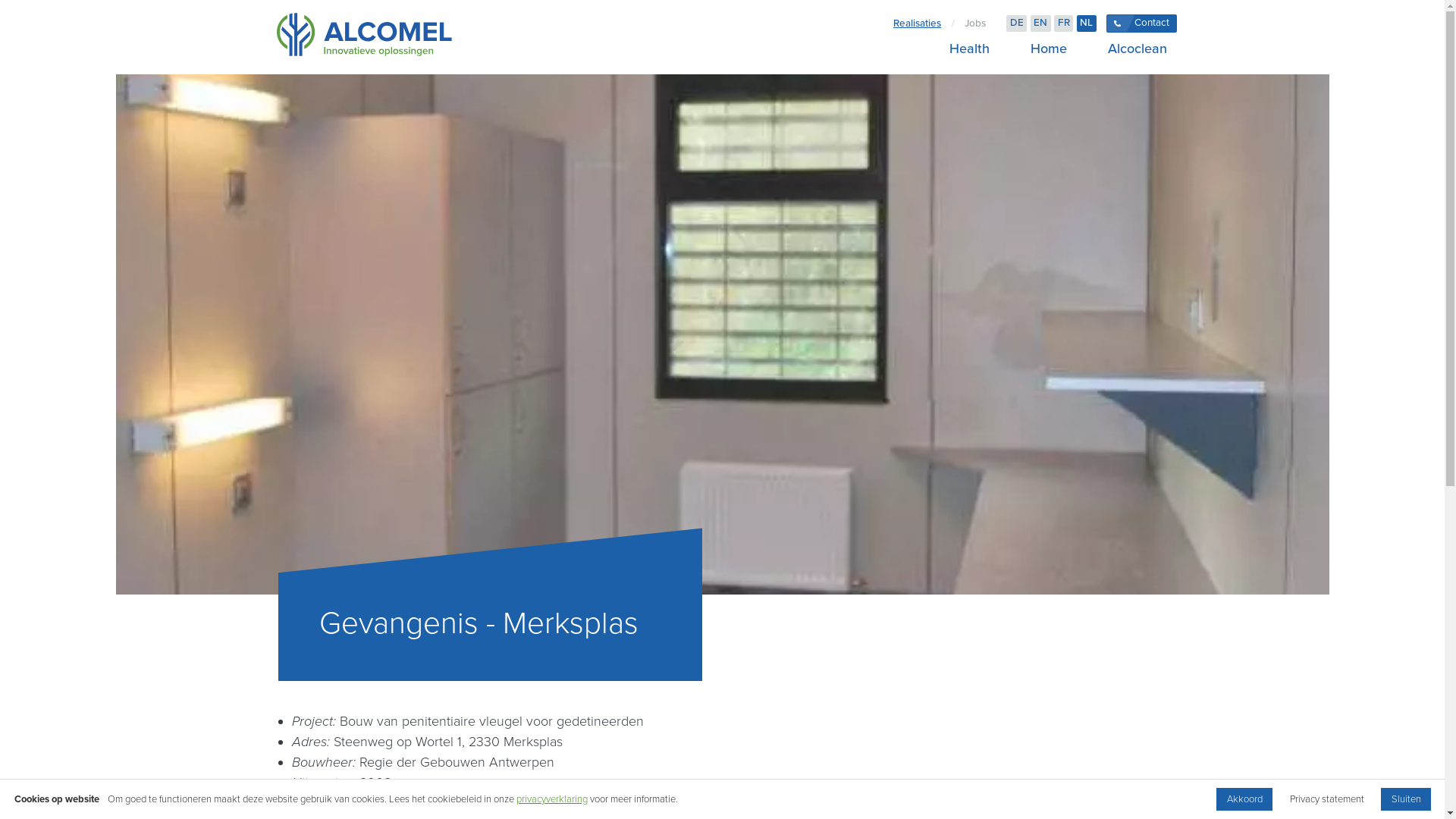 This screenshot has height=819, width=1456. What do you see at coordinates (1131, 48) in the screenshot?
I see `'Alcoclean'` at bounding box center [1131, 48].